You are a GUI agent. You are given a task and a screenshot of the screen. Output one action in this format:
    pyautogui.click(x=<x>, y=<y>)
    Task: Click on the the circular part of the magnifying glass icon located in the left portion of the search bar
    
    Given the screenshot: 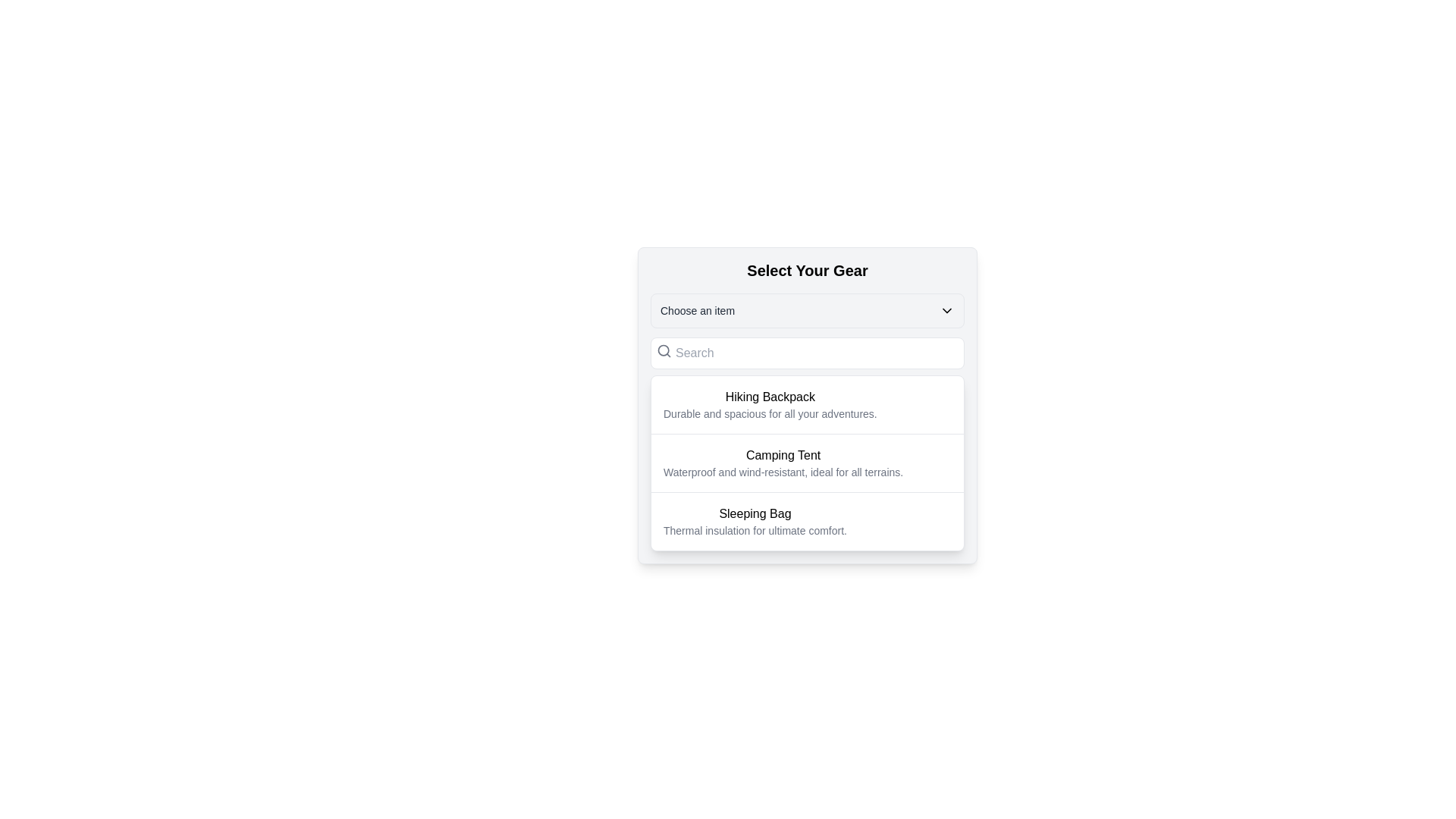 What is the action you would take?
    pyautogui.click(x=664, y=350)
    